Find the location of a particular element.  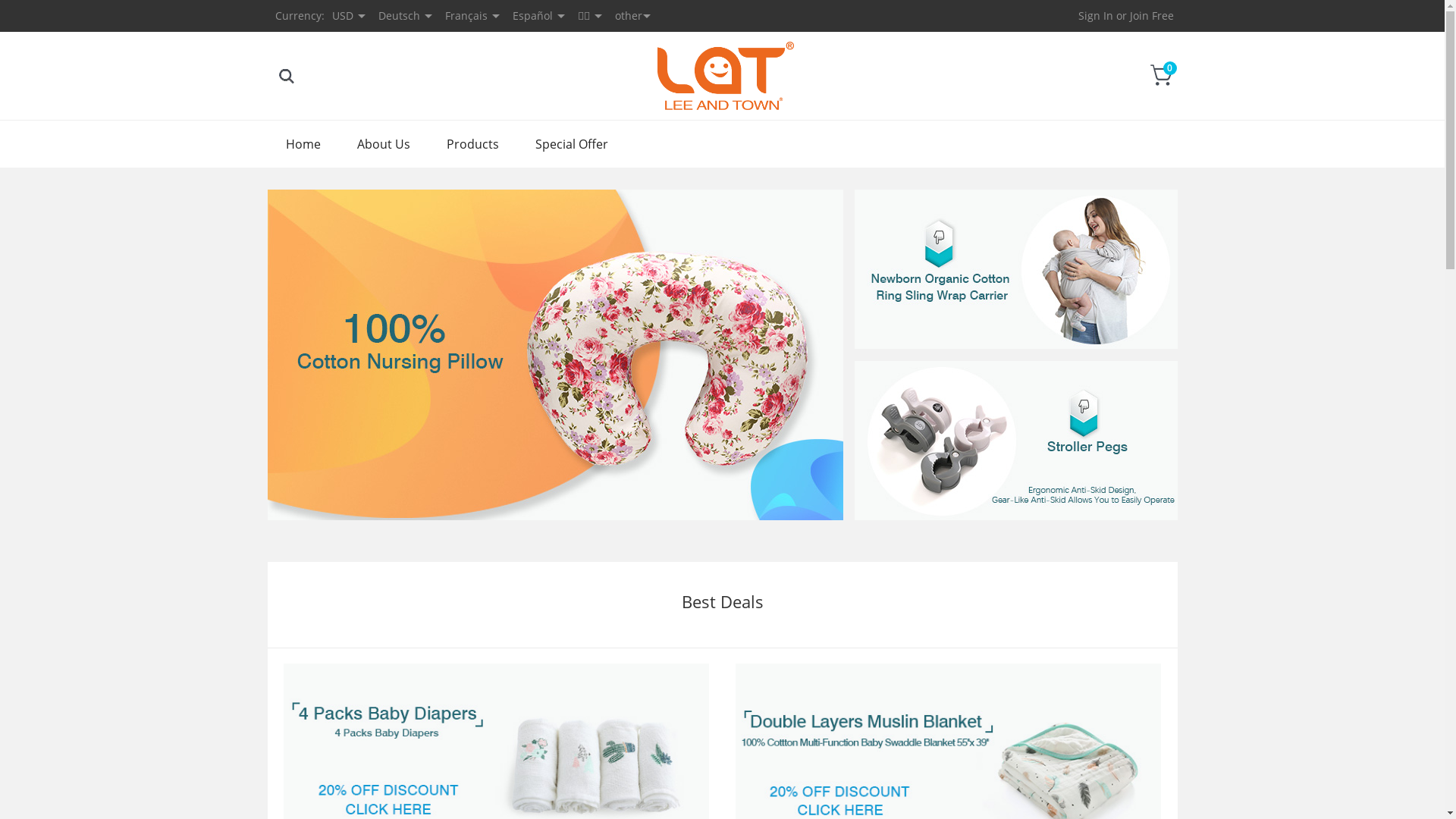

'Products' is located at coordinates (471, 143).